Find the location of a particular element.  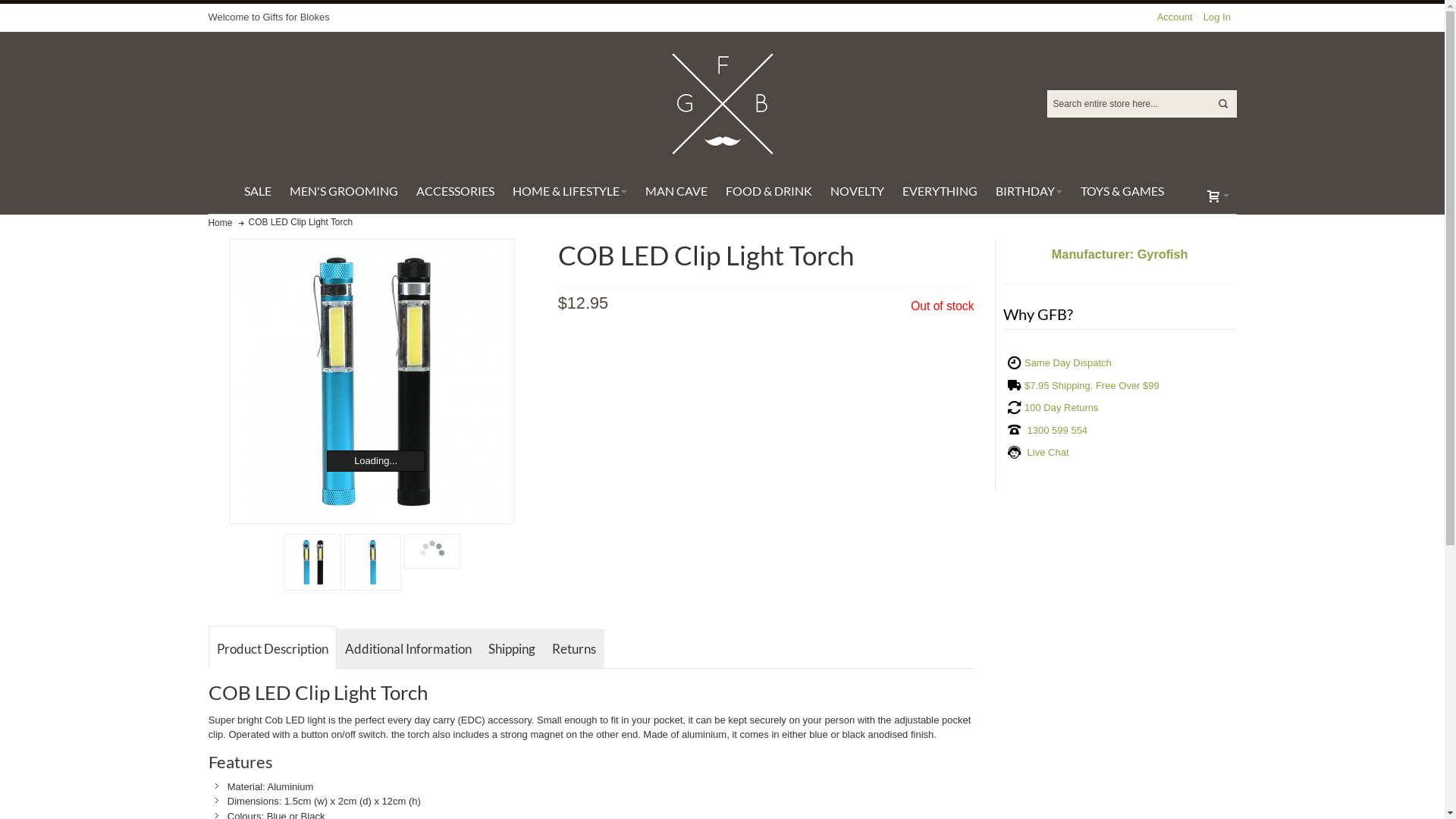

'$7.95 Shipping. Free Over $99' is located at coordinates (1024, 384).